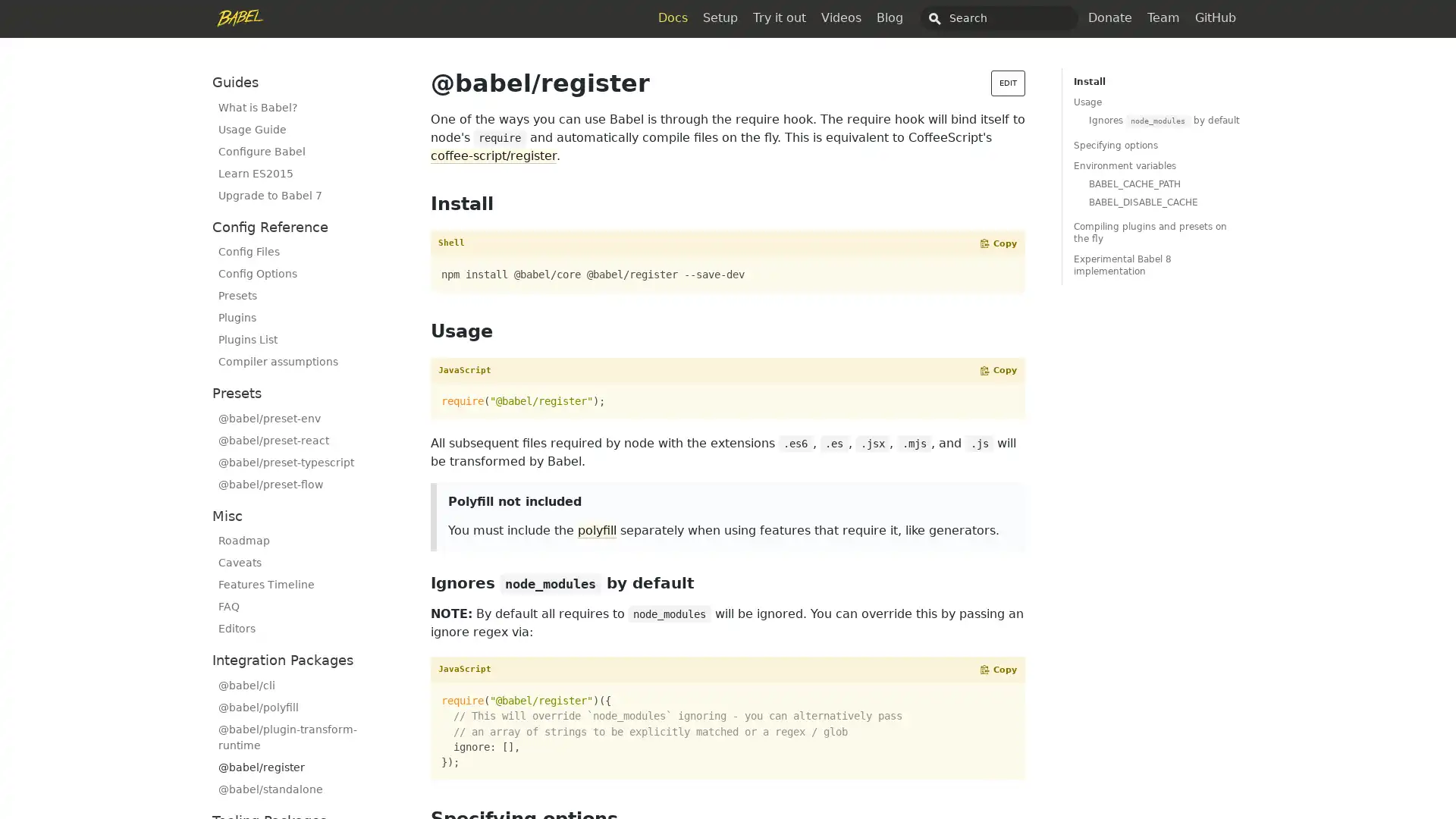  Describe the element at coordinates (998, 669) in the screenshot. I see `Copy code to clipboard` at that location.